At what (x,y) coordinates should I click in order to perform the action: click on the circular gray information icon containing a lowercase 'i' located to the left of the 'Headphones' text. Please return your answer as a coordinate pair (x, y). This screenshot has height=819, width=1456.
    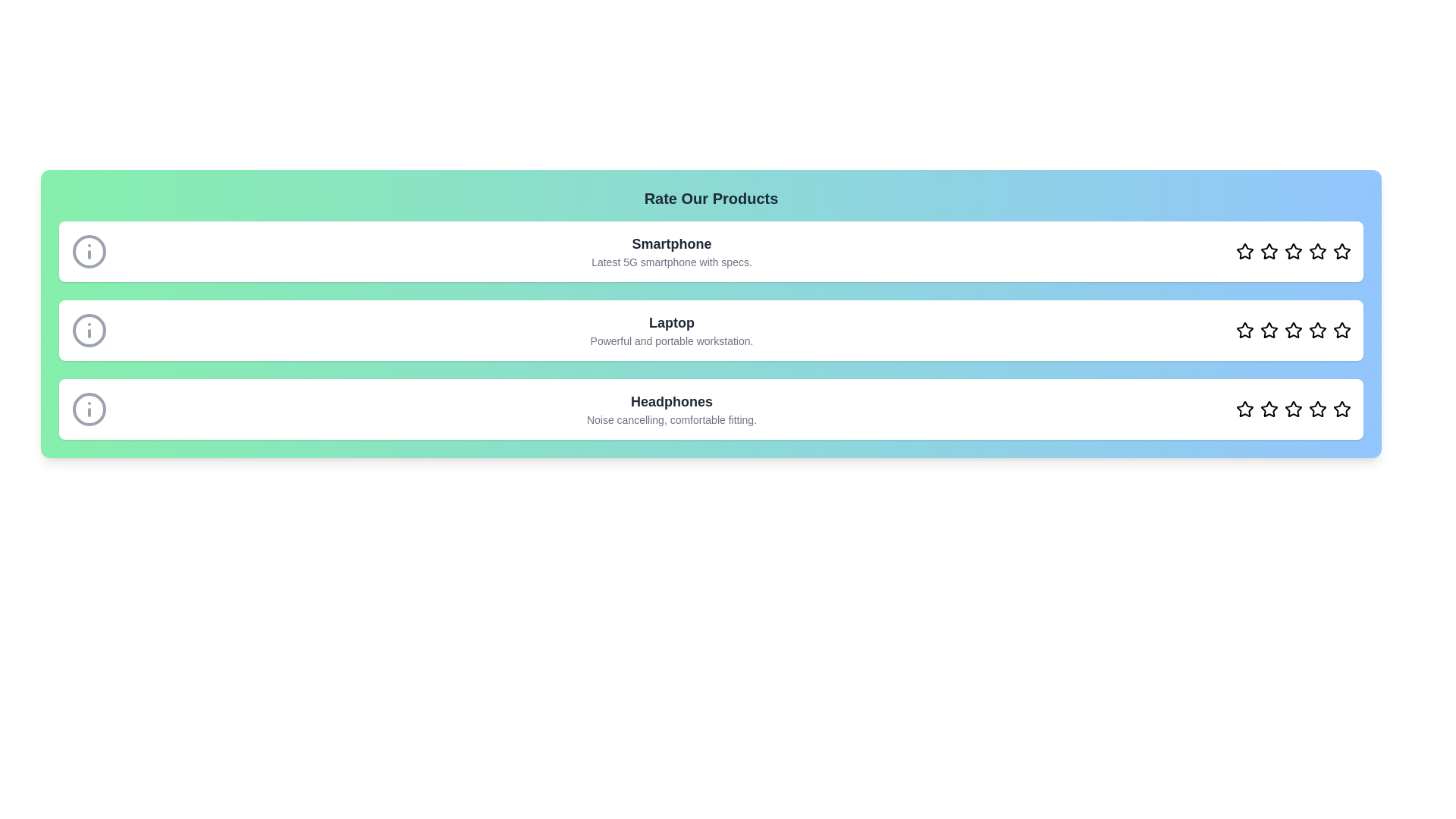
    Looking at the image, I should click on (89, 409).